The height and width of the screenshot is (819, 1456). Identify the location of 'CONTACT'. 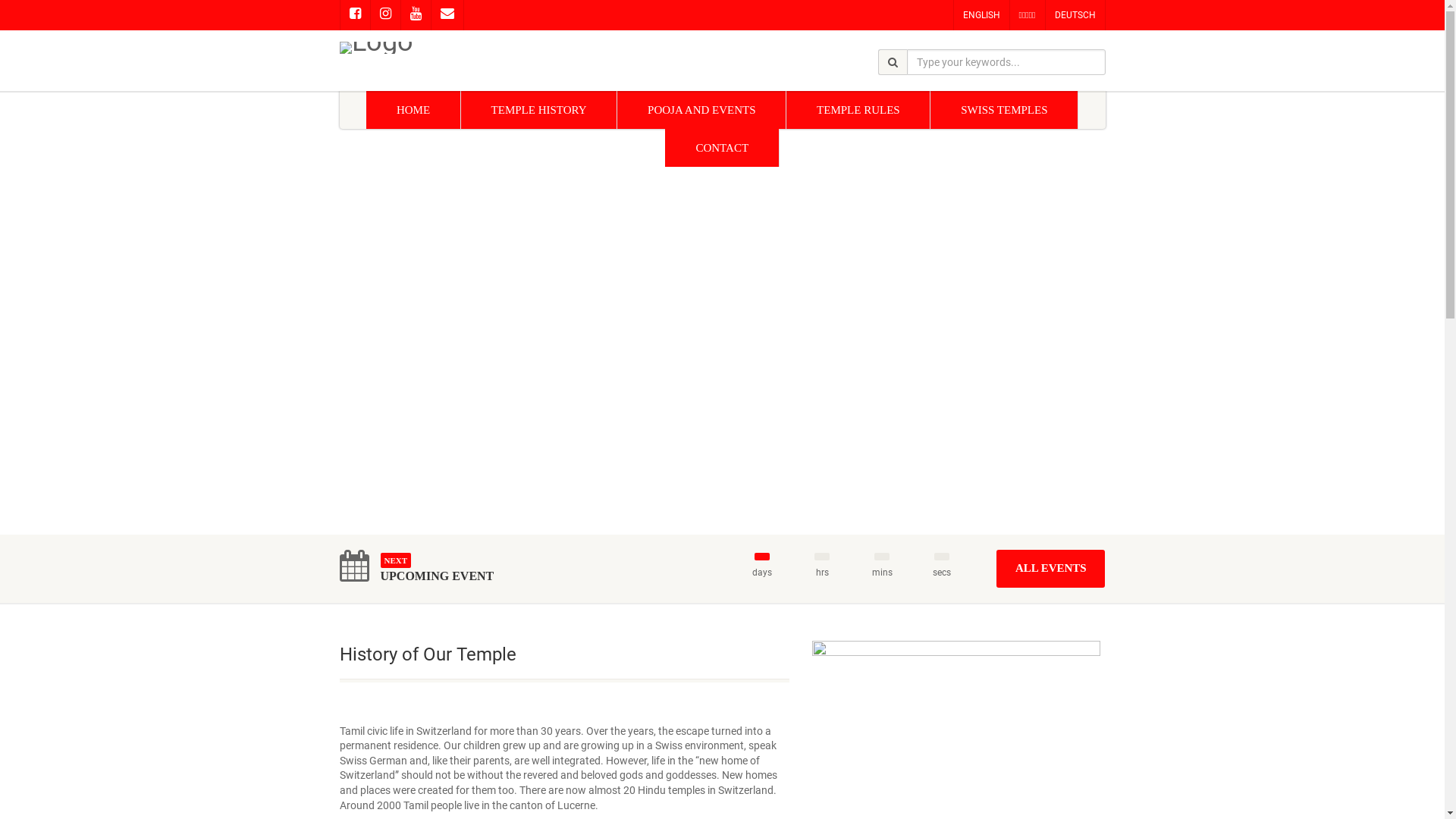
(665, 148).